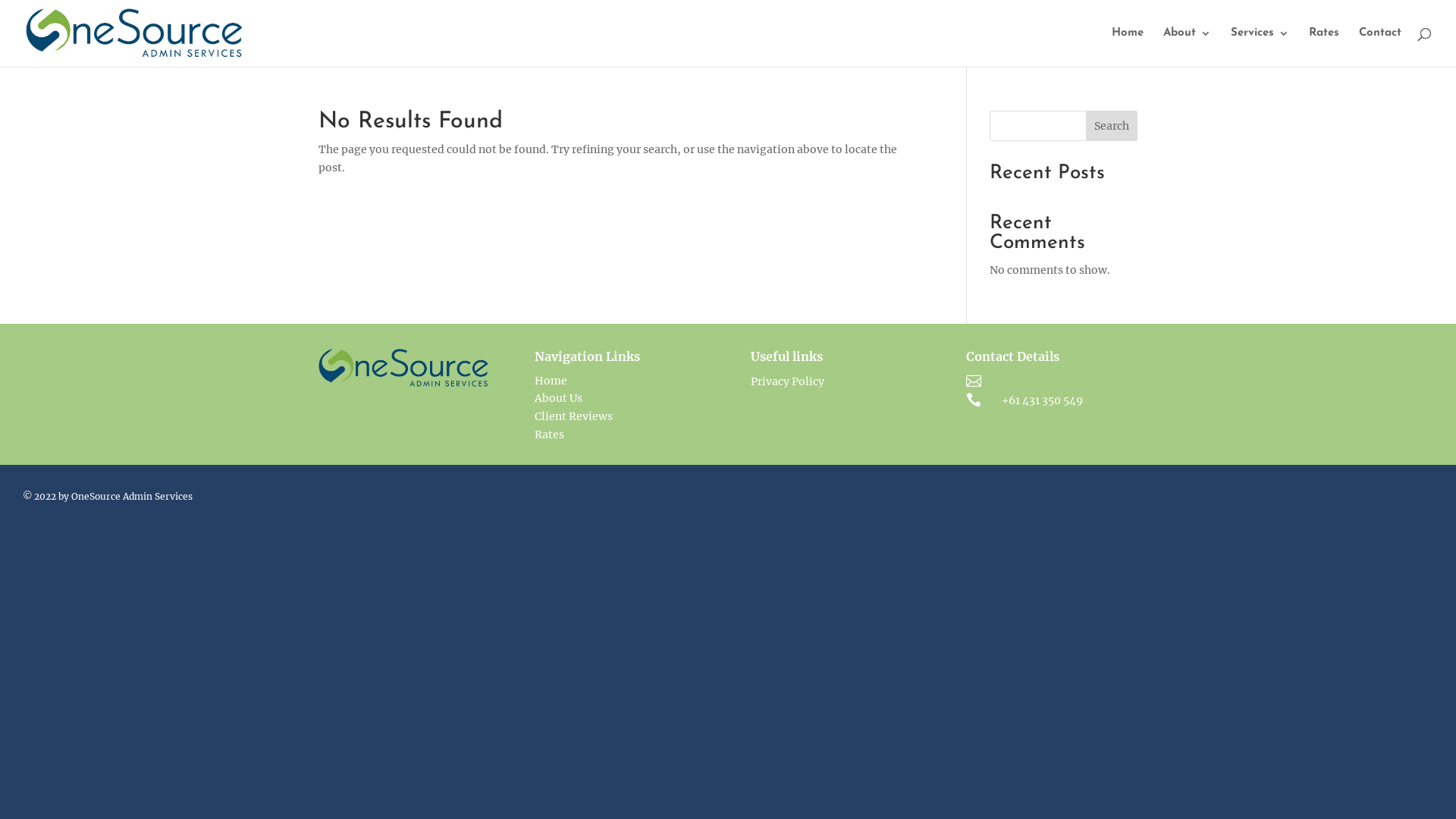 The width and height of the screenshot is (1456, 819). Describe the element at coordinates (1186, 46) in the screenshot. I see `'About'` at that location.